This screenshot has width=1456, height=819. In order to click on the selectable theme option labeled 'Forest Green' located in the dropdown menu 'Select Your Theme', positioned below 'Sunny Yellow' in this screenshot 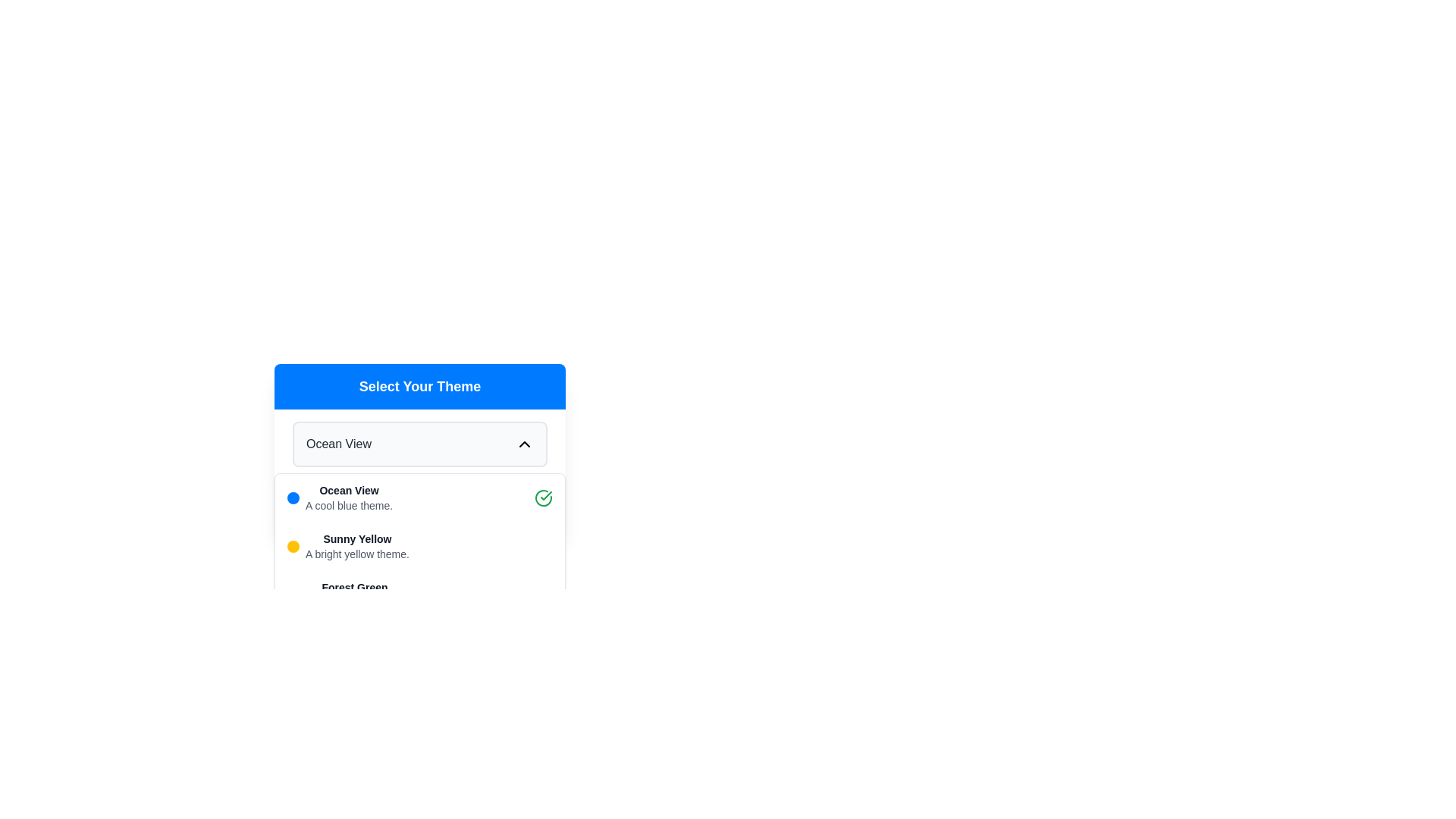, I will do `click(353, 595)`.